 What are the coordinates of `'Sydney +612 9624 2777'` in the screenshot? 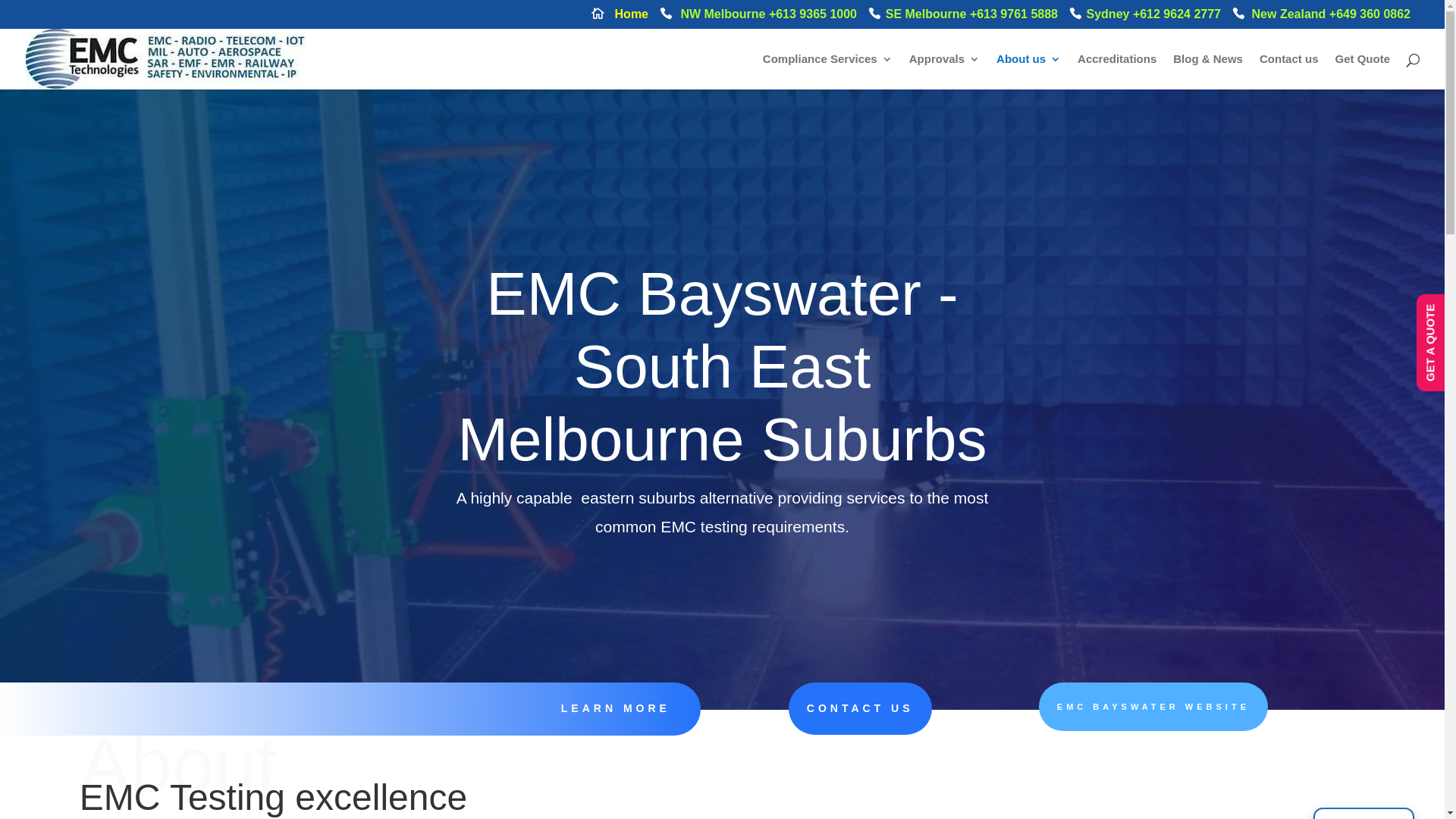 It's located at (1145, 18).